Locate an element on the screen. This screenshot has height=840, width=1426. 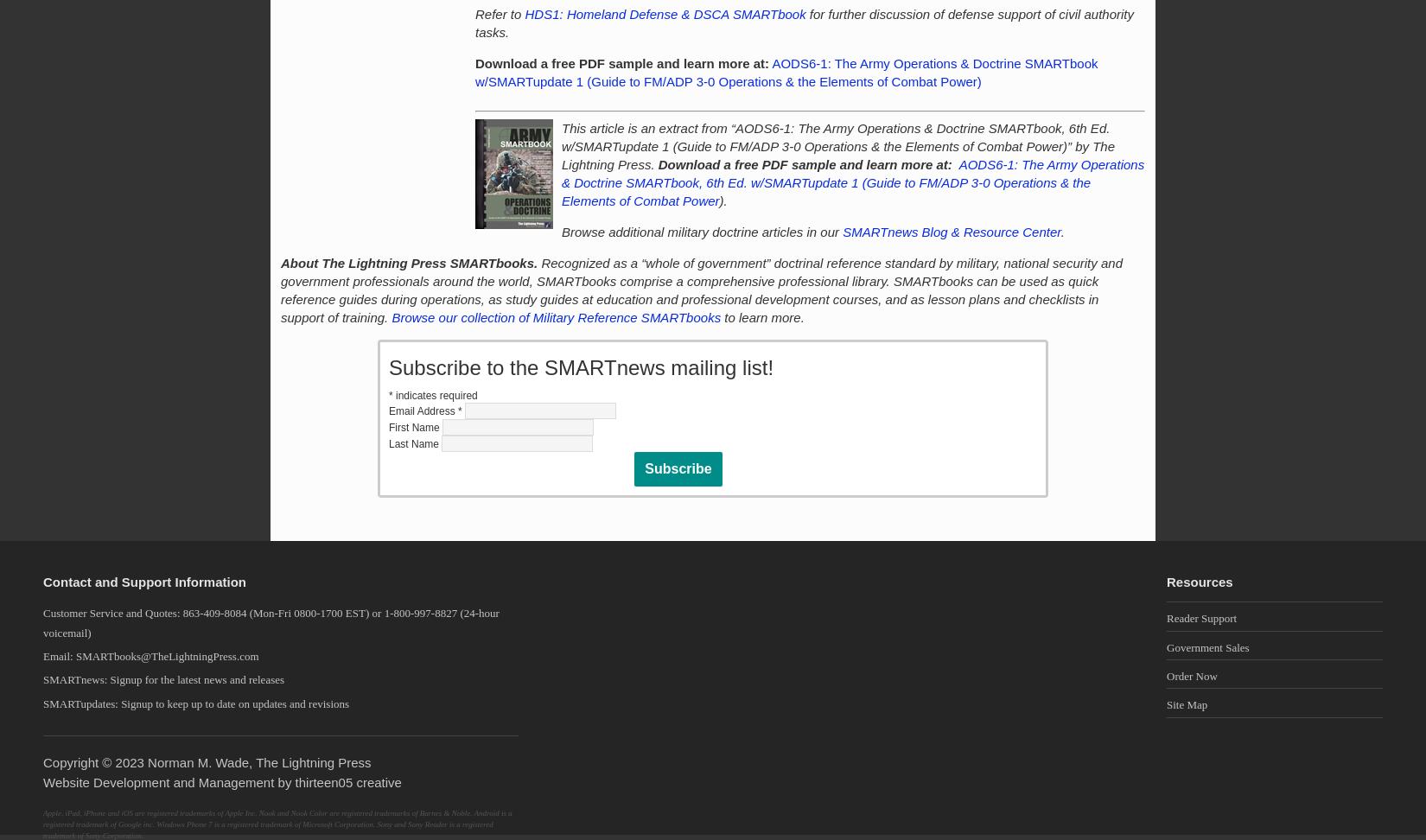
'This article is an extract from “AODS6-1: The Army Operations & Doctrine SMARTbook, 6th Ed. w/SMARTupdate 1 (Guide to FM/ADP 3-0 Operations & the Elements of Combat Power)” by The Lightning Press.' is located at coordinates (838, 146).